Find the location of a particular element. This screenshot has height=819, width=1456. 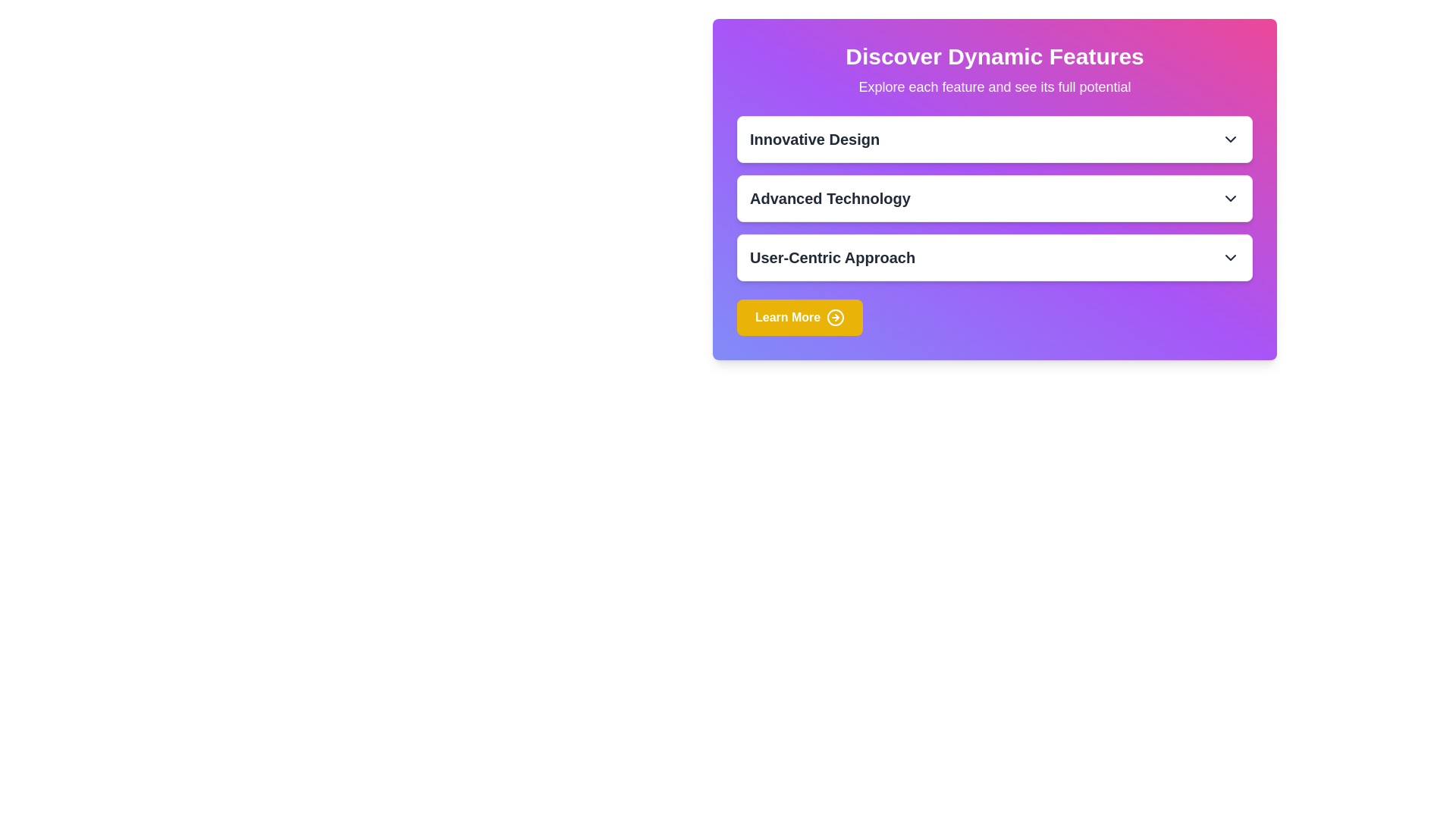

the selectable list item for 'Advanced Technology' is located at coordinates (994, 198).